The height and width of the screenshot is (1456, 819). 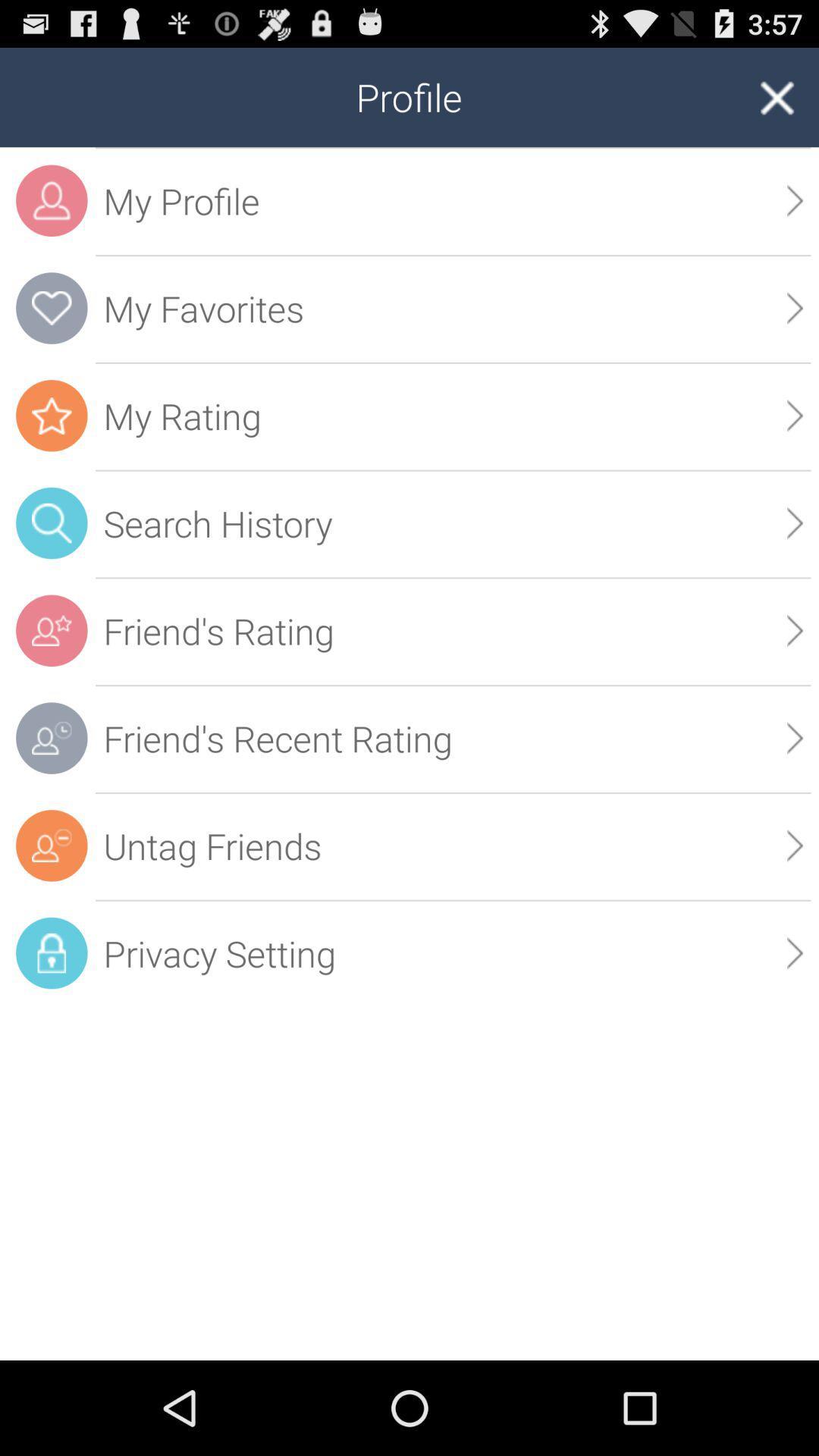 What do you see at coordinates (795, 523) in the screenshot?
I see `tap the next button just right to the search history` at bounding box center [795, 523].